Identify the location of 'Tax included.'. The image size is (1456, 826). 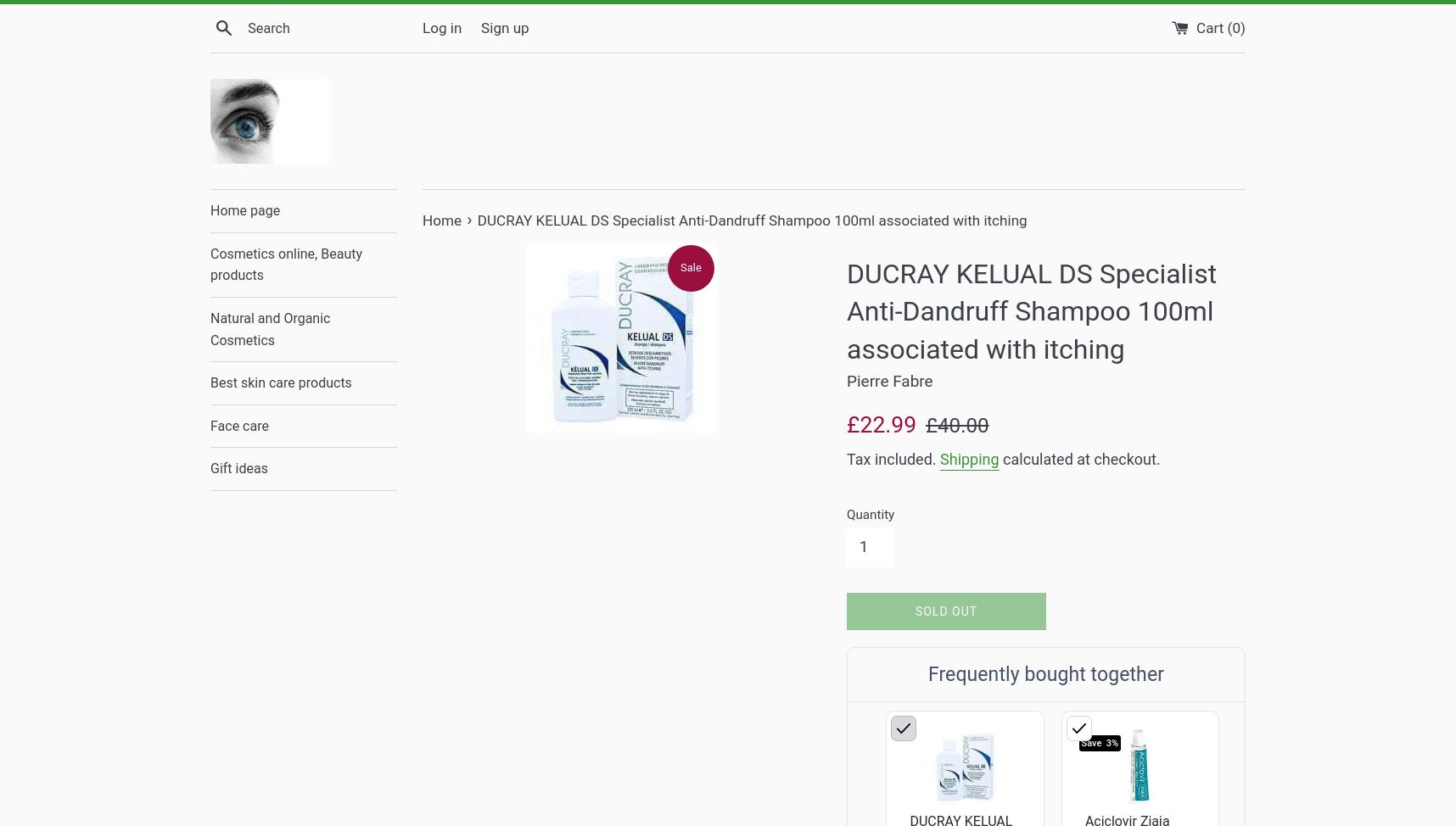
(893, 458).